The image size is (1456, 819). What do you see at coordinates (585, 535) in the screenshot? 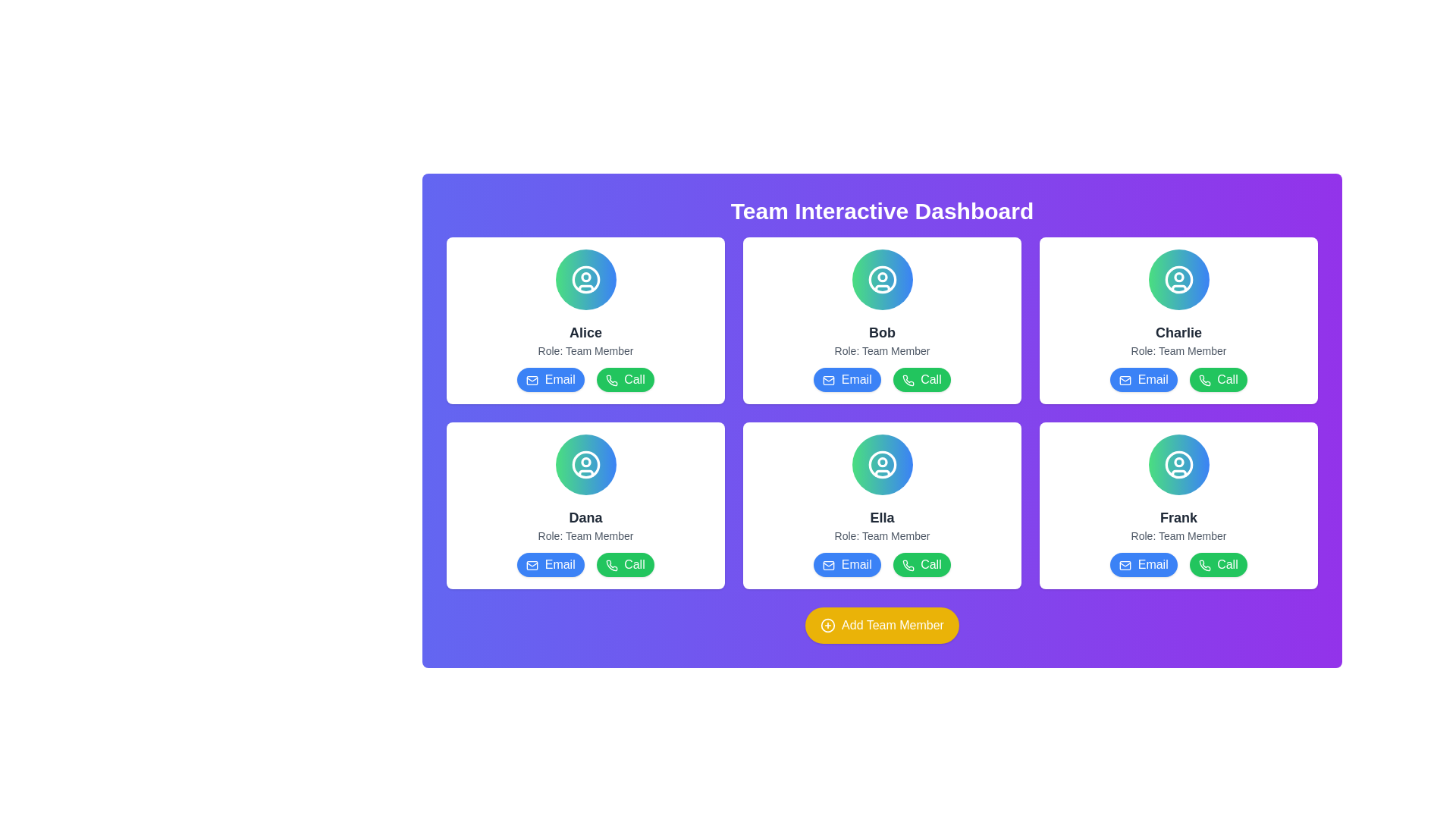
I see `the text label displaying 'Role: Team Member' which is located below the name 'Dana' in the profile card` at bounding box center [585, 535].